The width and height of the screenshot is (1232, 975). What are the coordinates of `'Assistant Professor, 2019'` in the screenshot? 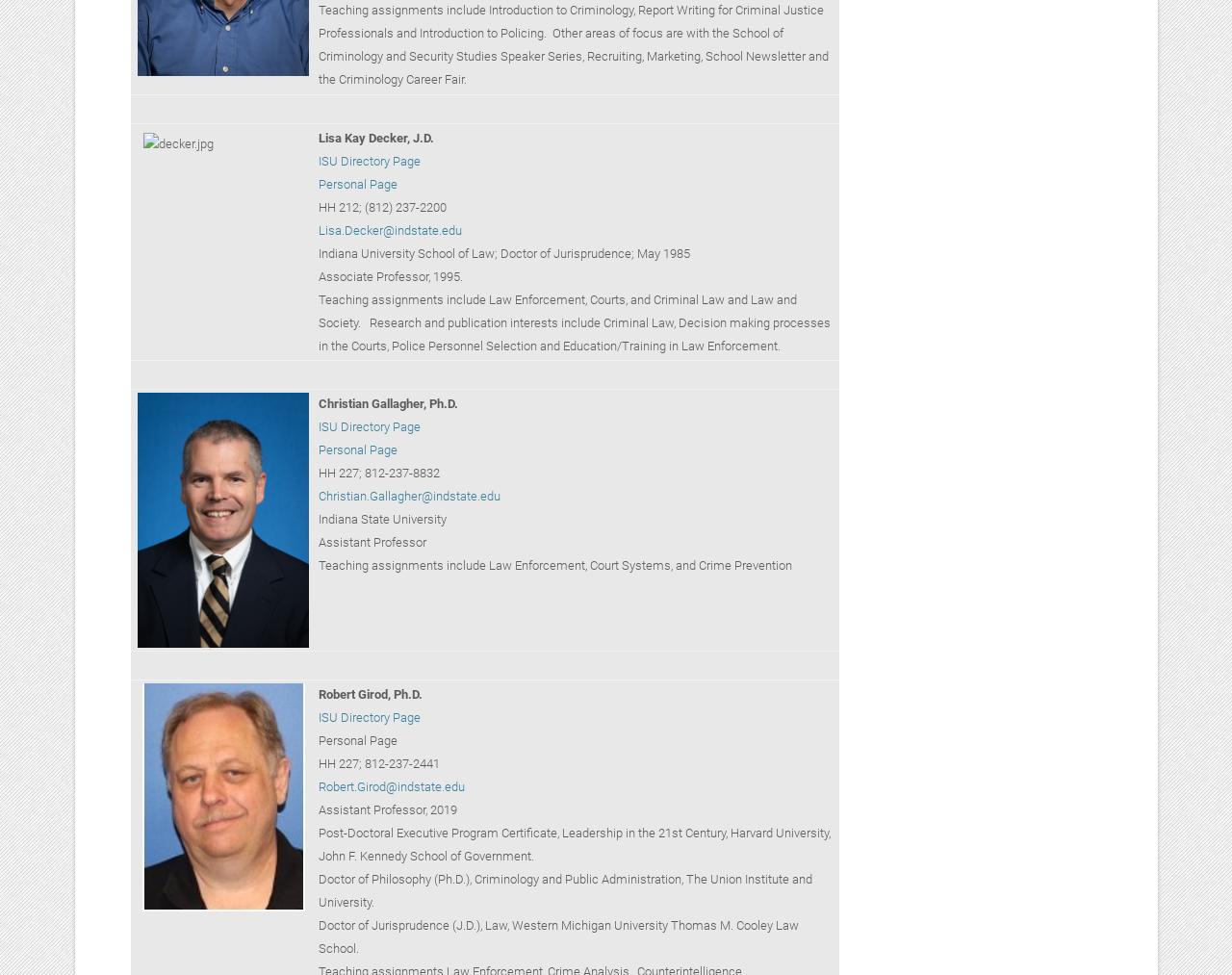 It's located at (386, 808).